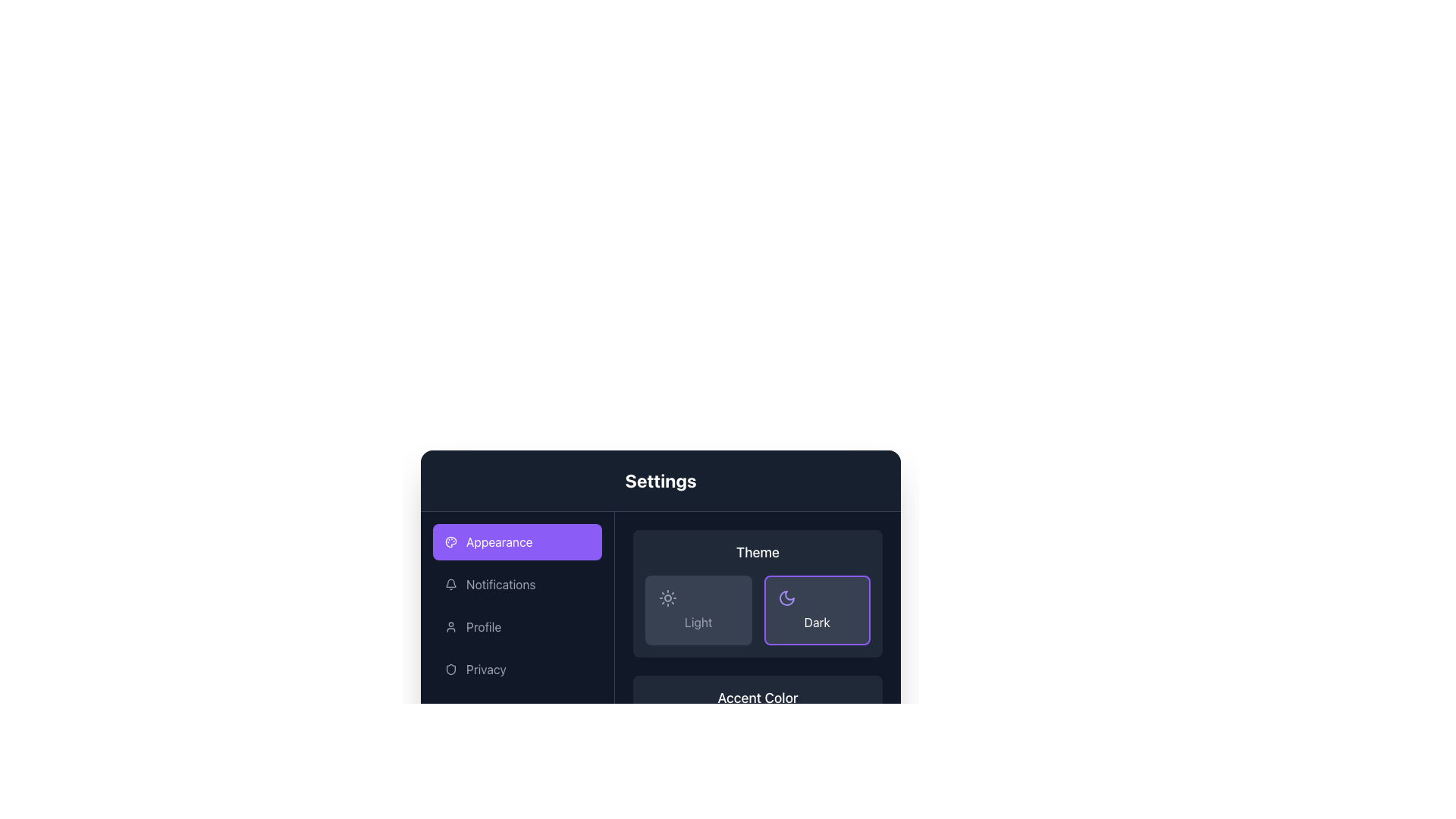 The width and height of the screenshot is (1456, 819). Describe the element at coordinates (450, 582) in the screenshot. I see `the bell-shaped icon element that resembles a notification symbol located at the top corner of the settings panel` at that location.